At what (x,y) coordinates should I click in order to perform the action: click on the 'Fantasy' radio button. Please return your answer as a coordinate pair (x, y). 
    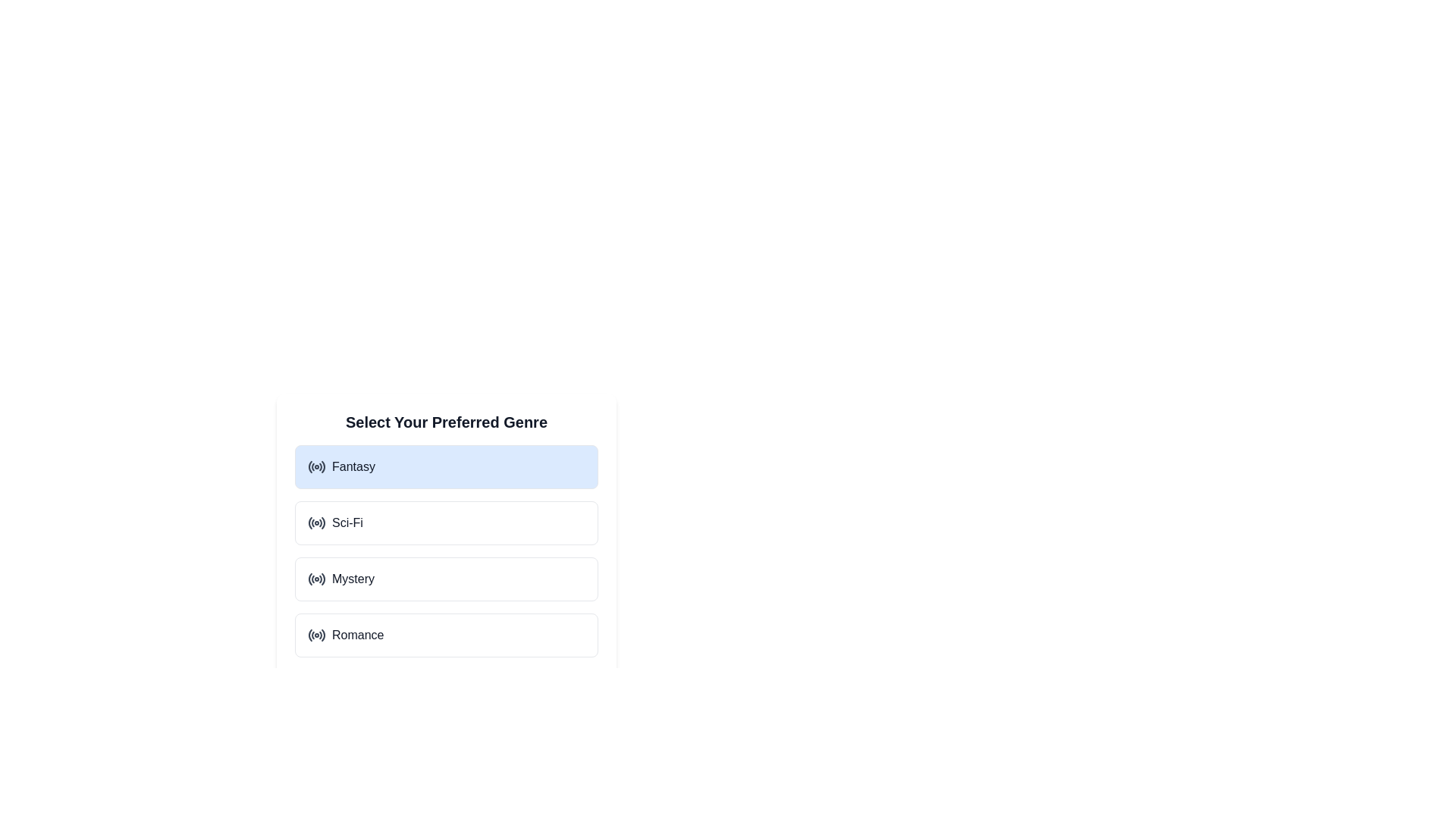
    Looking at the image, I should click on (315, 466).